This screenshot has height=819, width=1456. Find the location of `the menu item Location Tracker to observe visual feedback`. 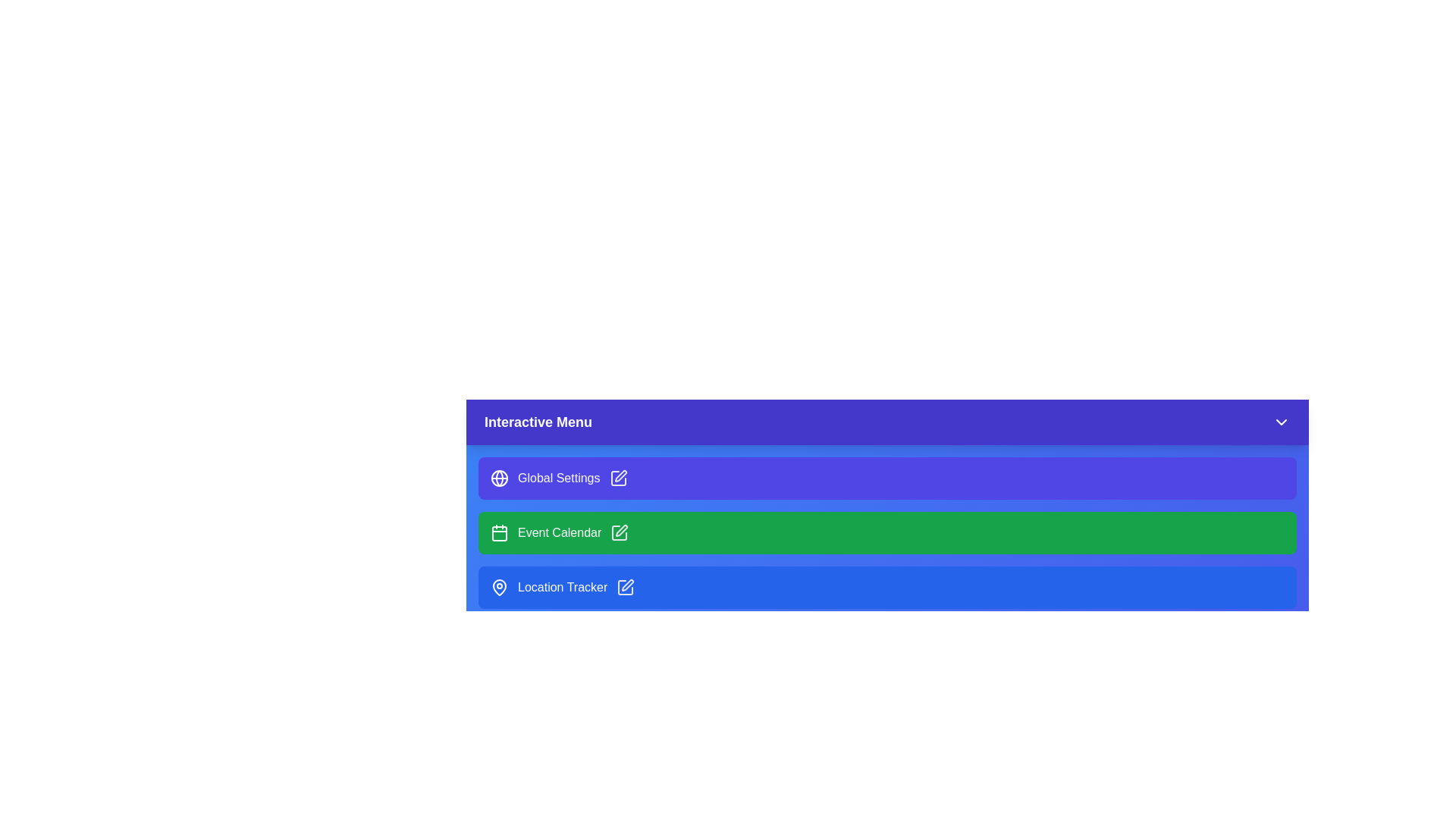

the menu item Location Tracker to observe visual feedback is located at coordinates (887, 587).